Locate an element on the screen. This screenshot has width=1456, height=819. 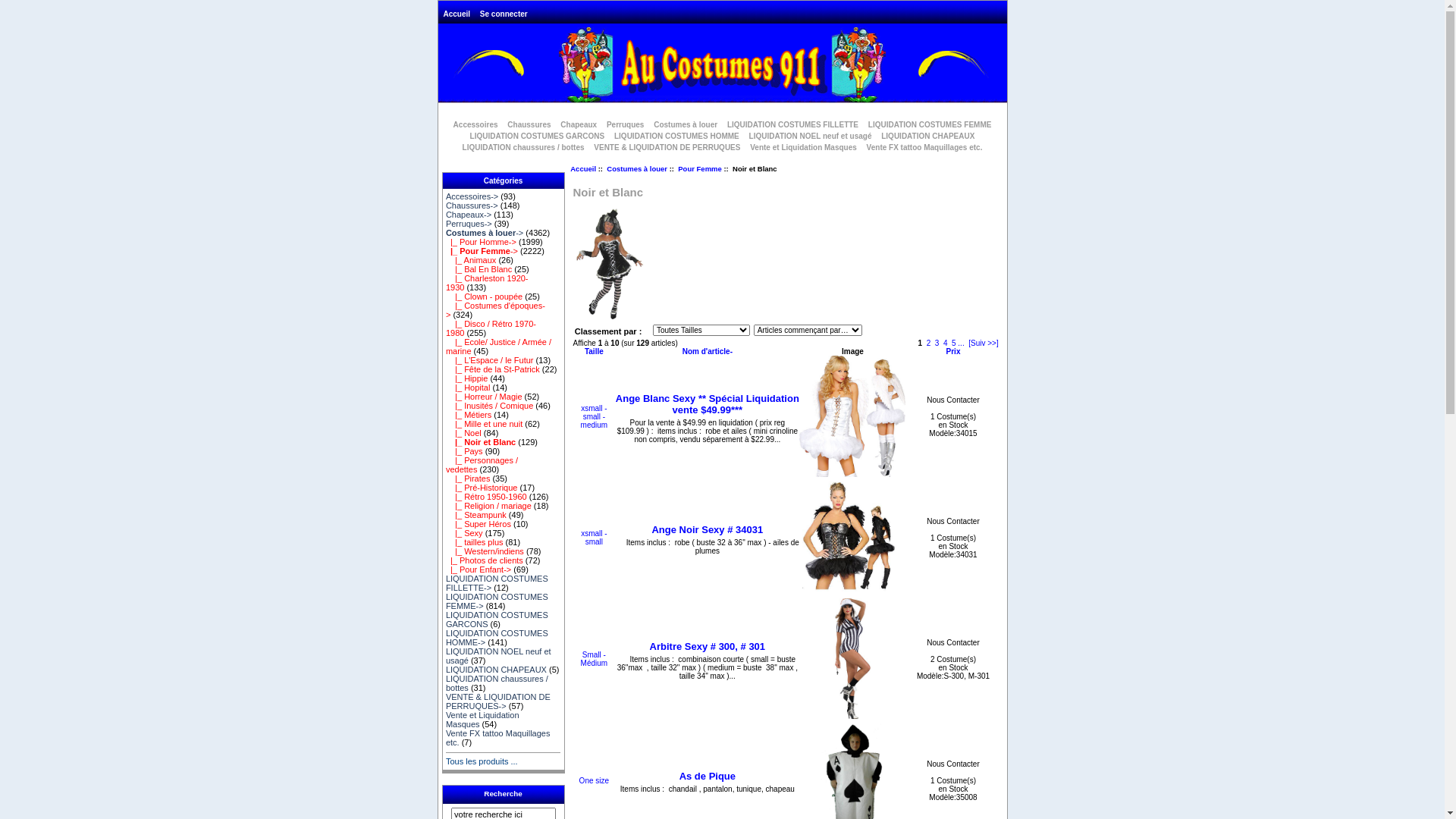
'Pour Femme' is located at coordinates (698, 168).